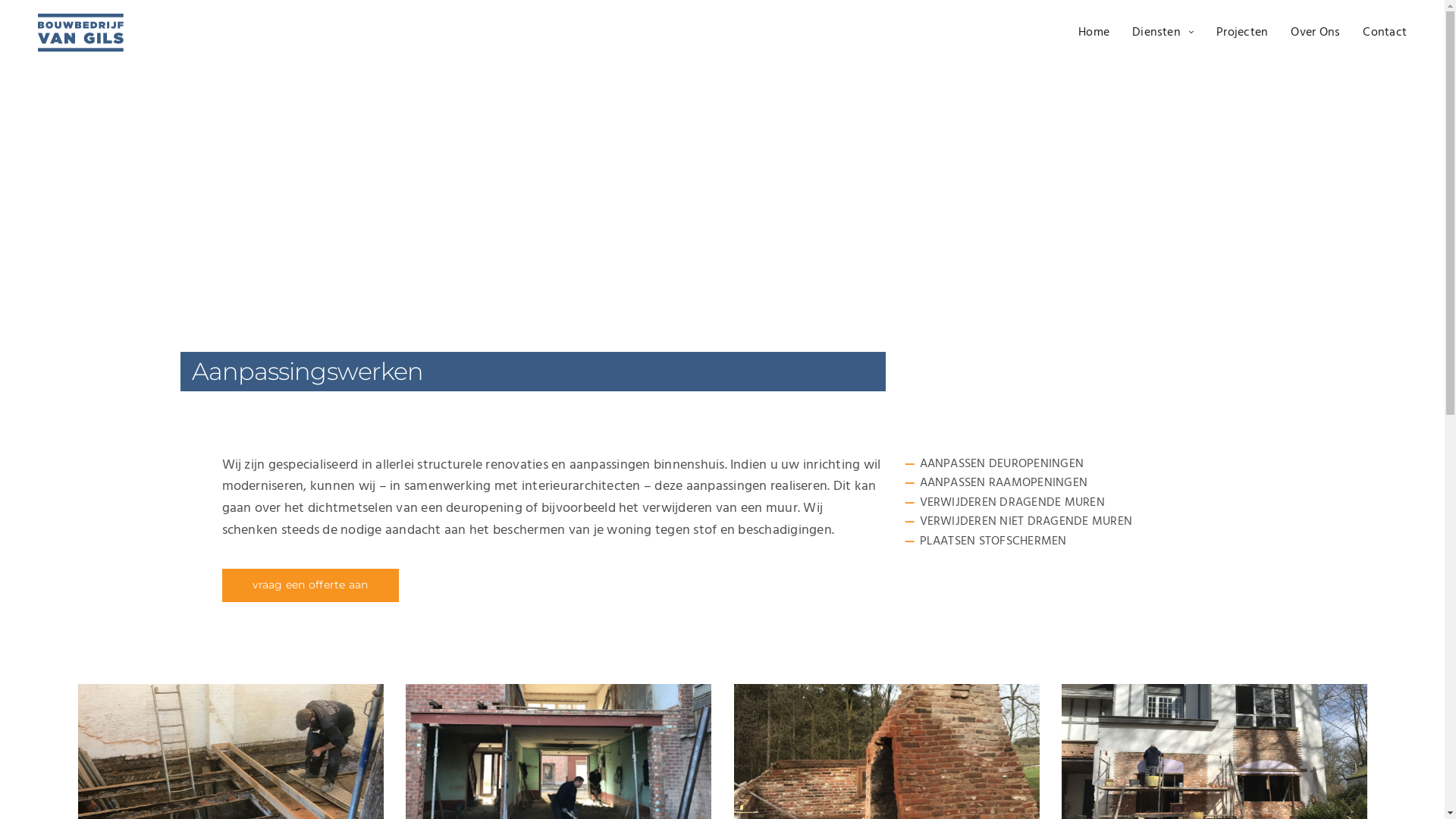 This screenshot has height=819, width=1456. What do you see at coordinates (1290, 32) in the screenshot?
I see `'Over Ons'` at bounding box center [1290, 32].